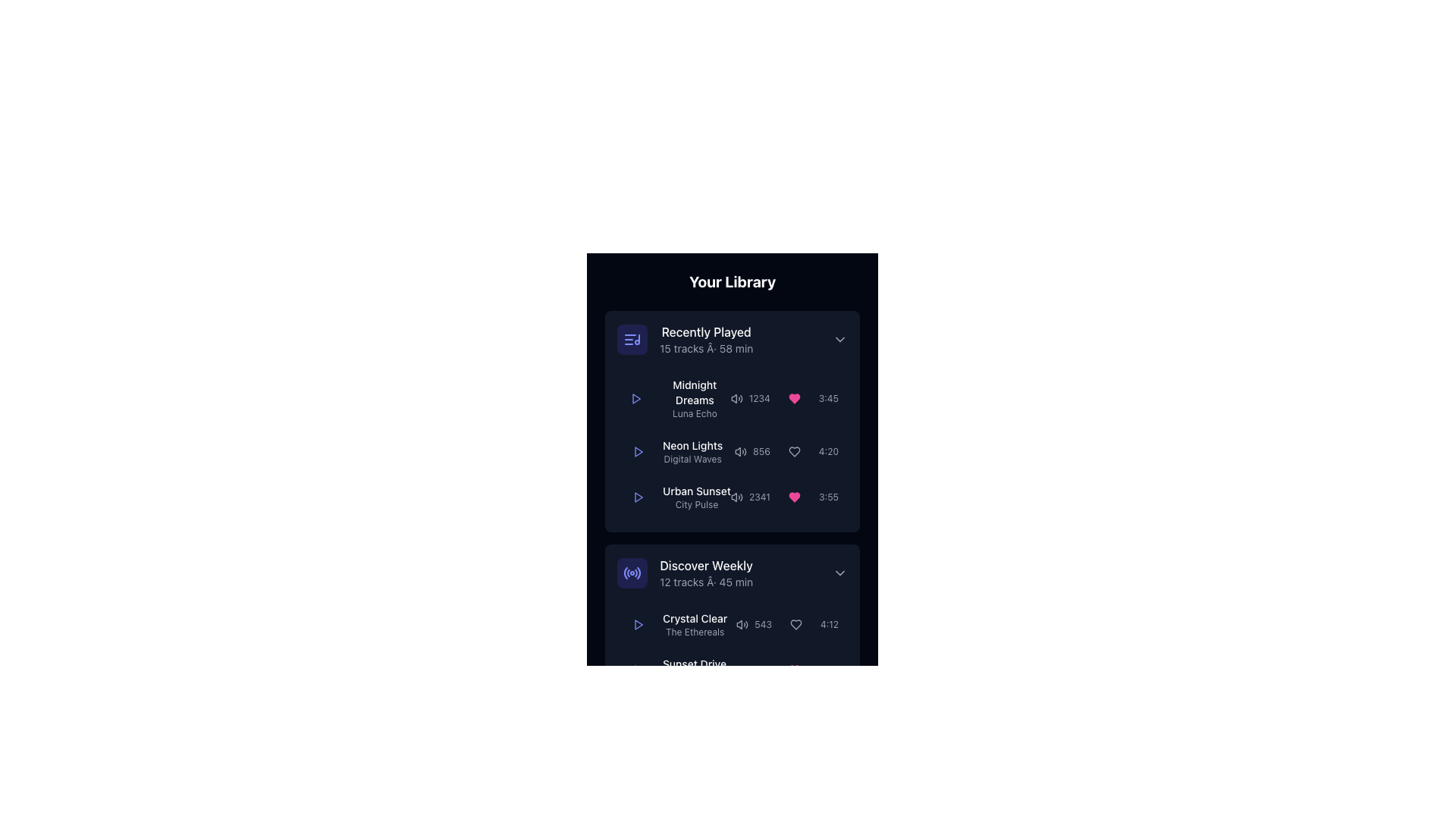  I want to click on the play button icon with a triangular shape and indigo background located within the 'Recently Played' section, which is aligned to the left of the text 'Urban Sunset' and 'City Pulse.', so click(638, 497).